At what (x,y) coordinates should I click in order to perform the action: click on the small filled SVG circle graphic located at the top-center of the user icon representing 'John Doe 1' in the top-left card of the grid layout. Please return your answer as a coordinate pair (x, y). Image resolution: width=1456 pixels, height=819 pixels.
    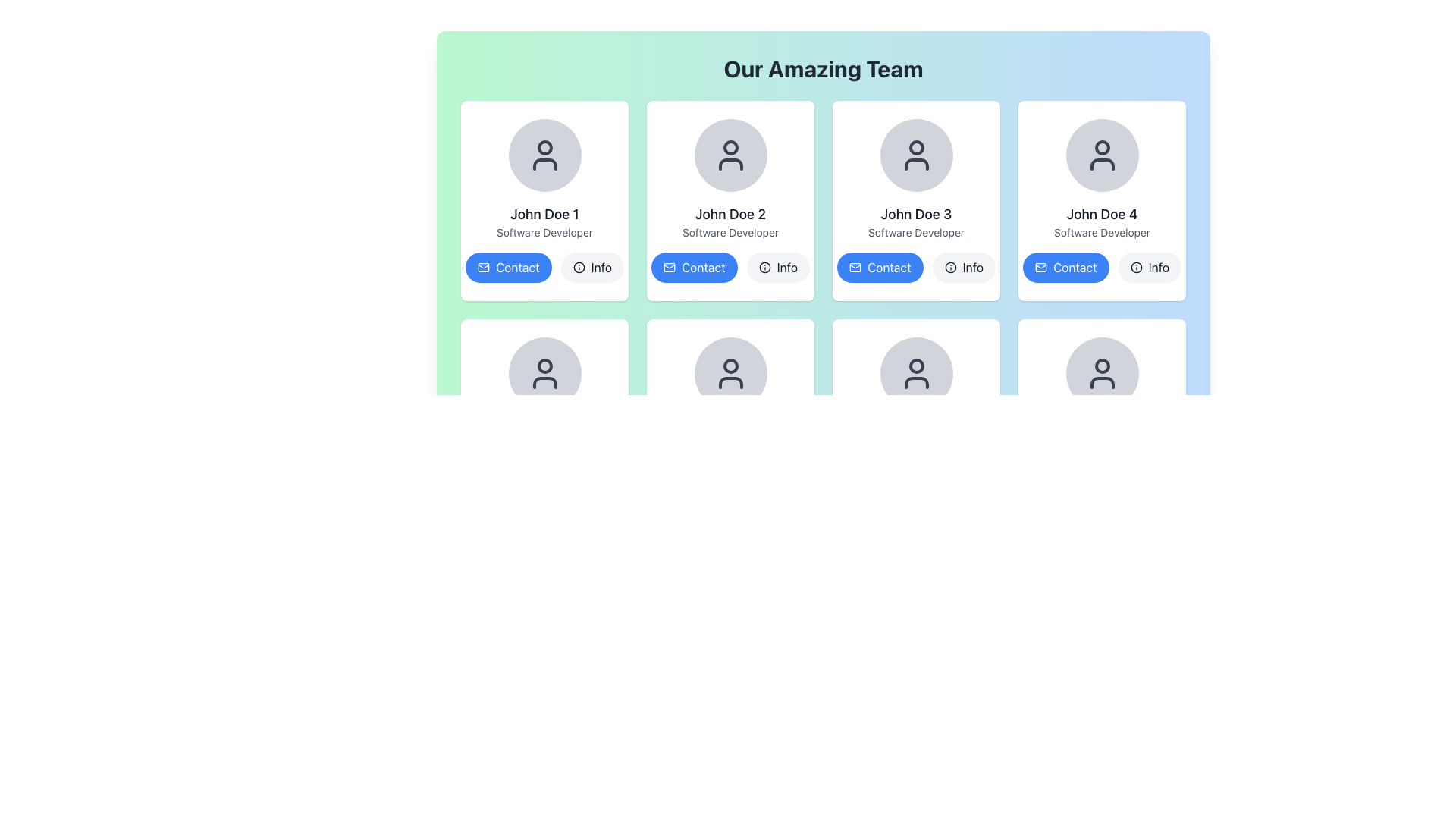
    Looking at the image, I should click on (544, 148).